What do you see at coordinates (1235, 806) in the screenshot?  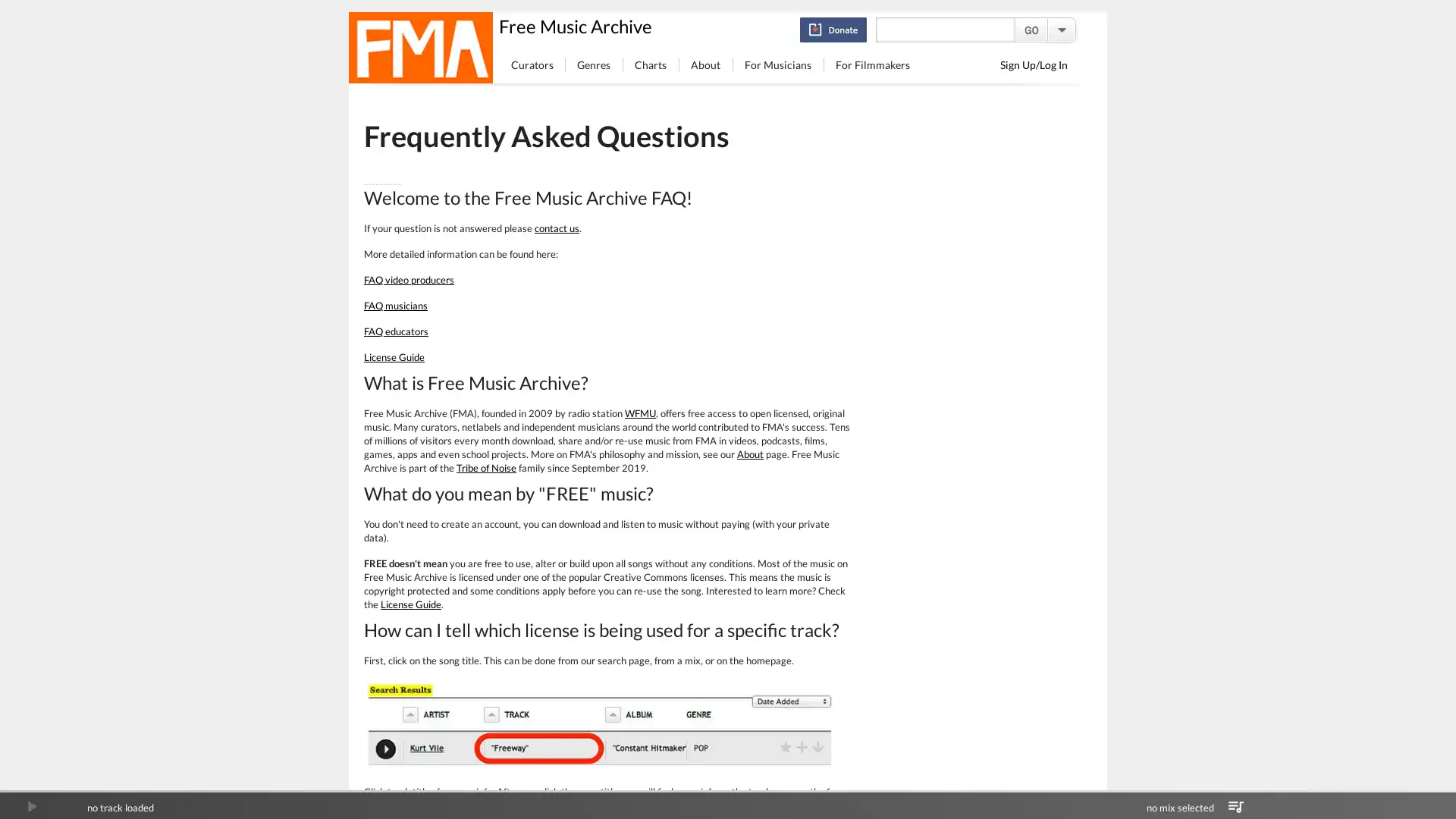 I see `select mix` at bounding box center [1235, 806].